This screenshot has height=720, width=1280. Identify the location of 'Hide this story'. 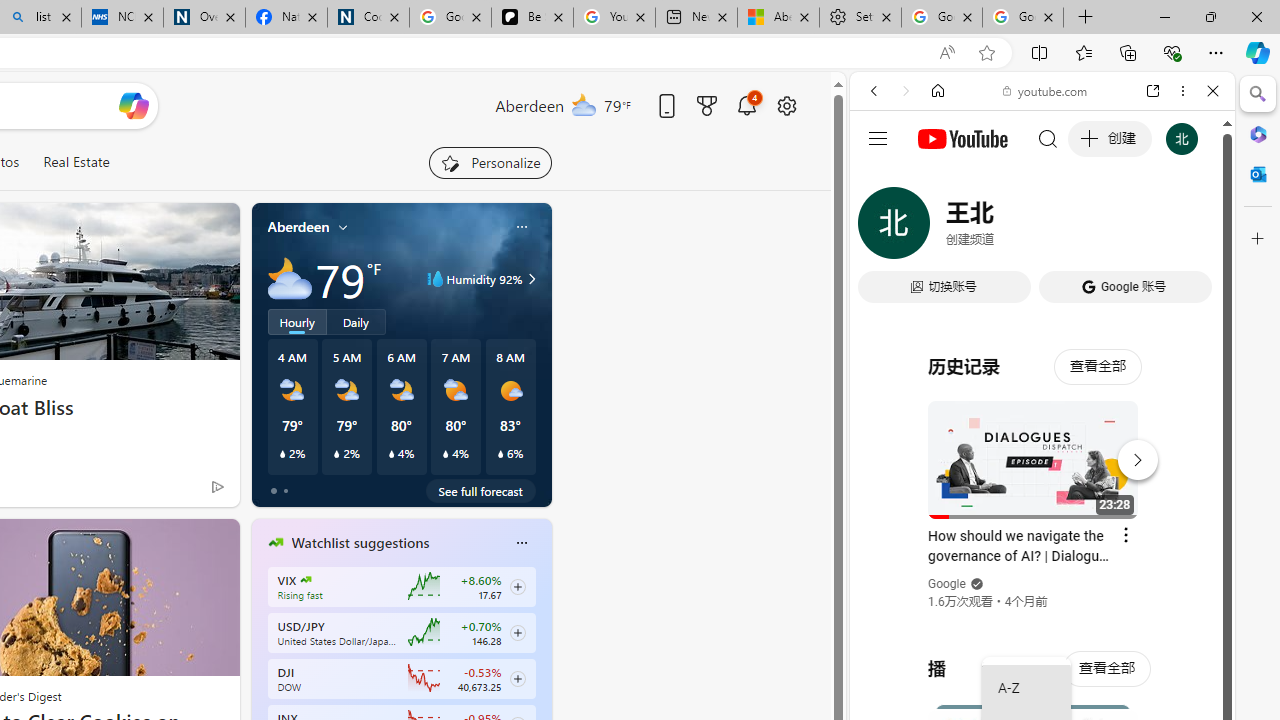
(179, 542).